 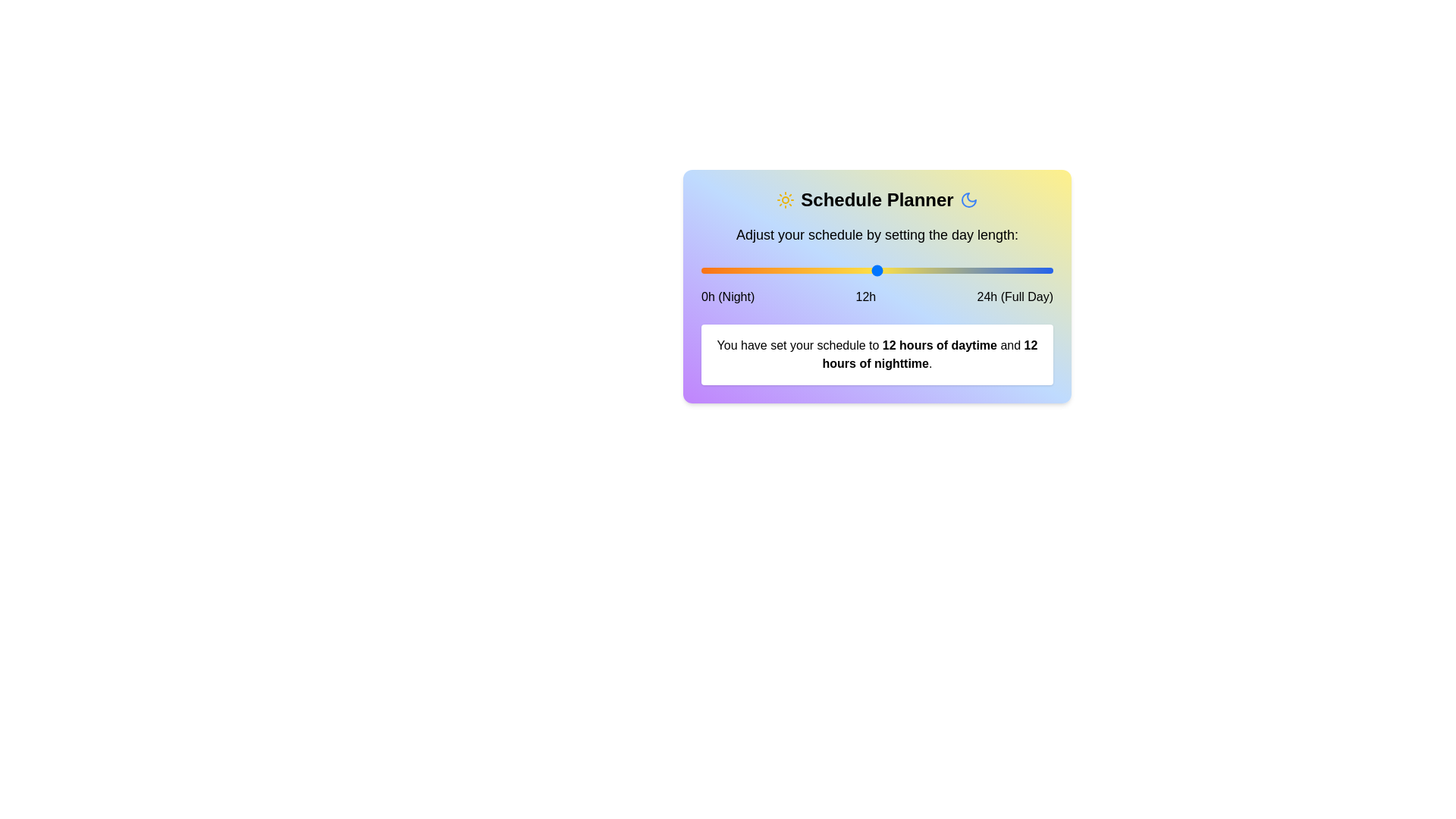 What do you see at coordinates (968, 199) in the screenshot?
I see `the moon icon to explore its visual effect` at bounding box center [968, 199].